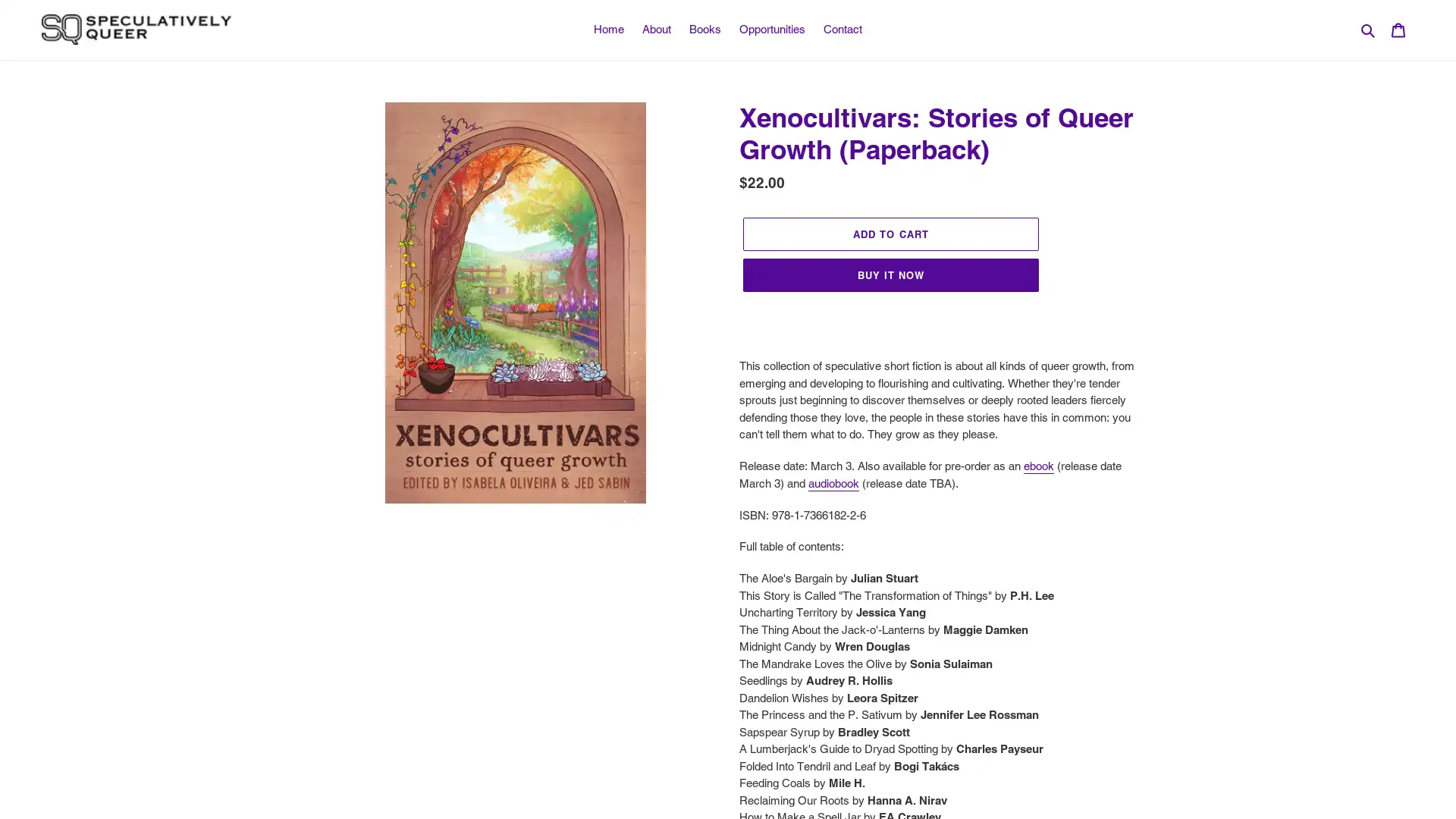 This screenshot has height=819, width=1456. What do you see at coordinates (891, 275) in the screenshot?
I see `BUY IT NOW` at bounding box center [891, 275].